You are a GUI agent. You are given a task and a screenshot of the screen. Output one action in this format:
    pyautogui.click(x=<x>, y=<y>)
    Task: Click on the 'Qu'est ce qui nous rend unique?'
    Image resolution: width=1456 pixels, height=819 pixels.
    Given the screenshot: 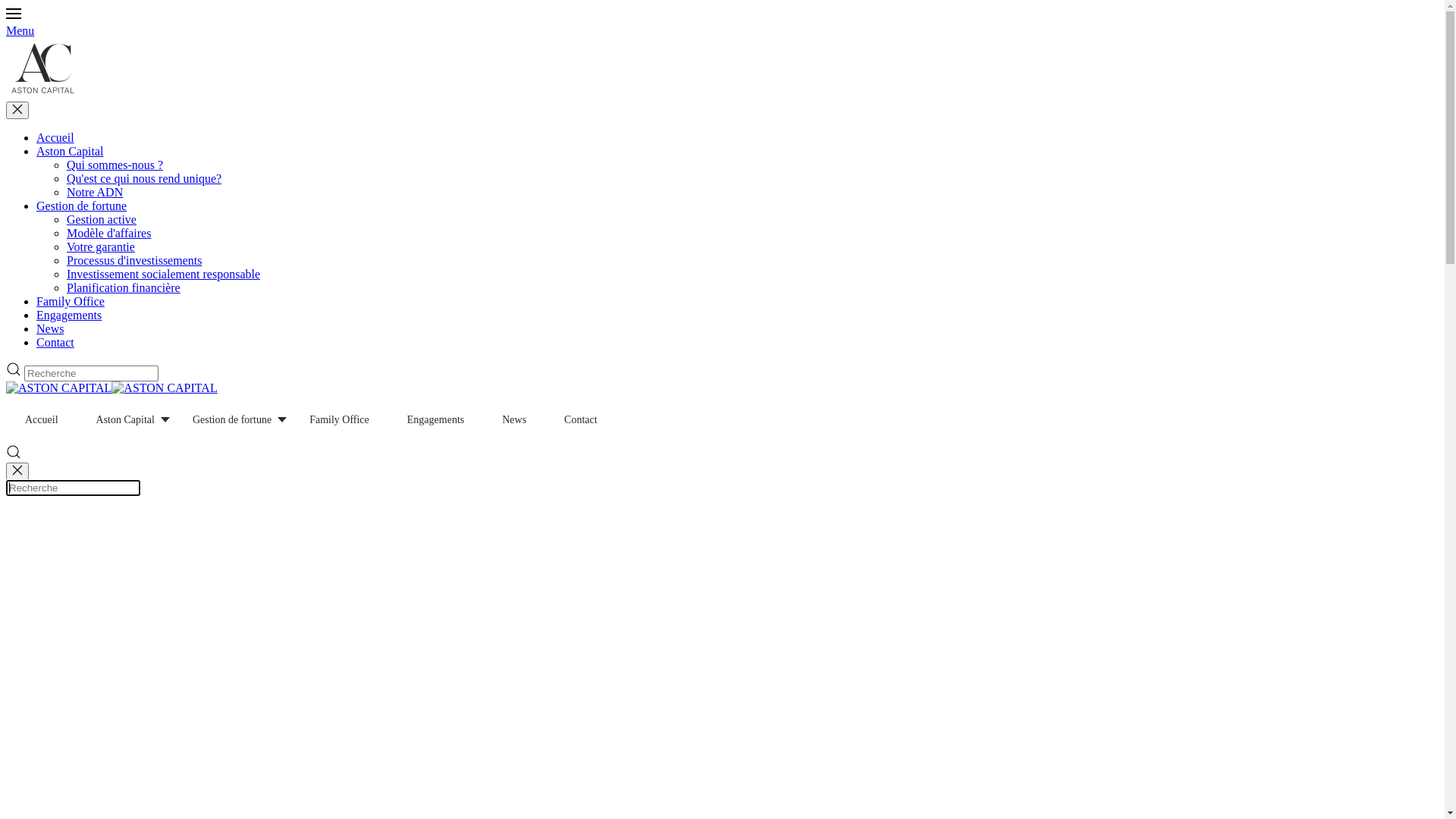 What is the action you would take?
    pyautogui.click(x=144, y=177)
    